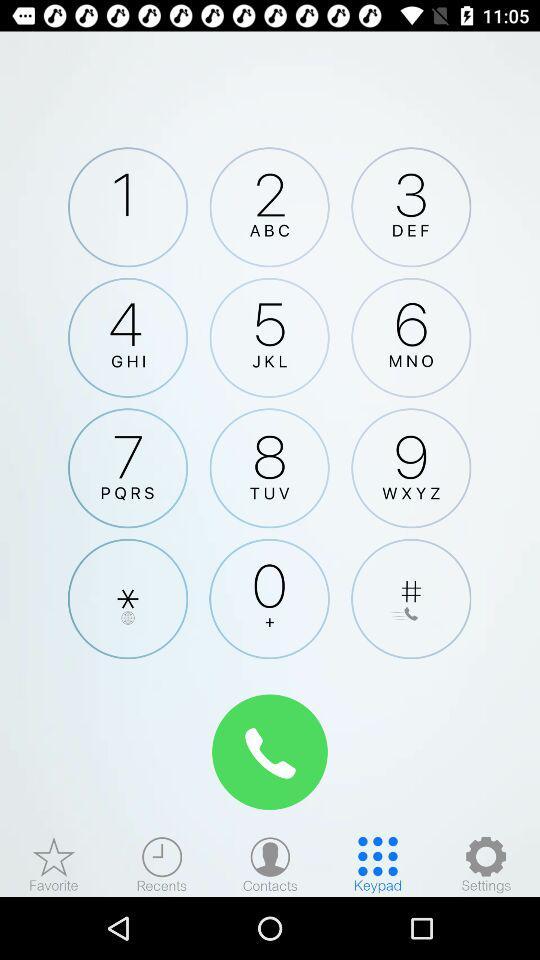  I want to click on click 8 number, so click(269, 468).